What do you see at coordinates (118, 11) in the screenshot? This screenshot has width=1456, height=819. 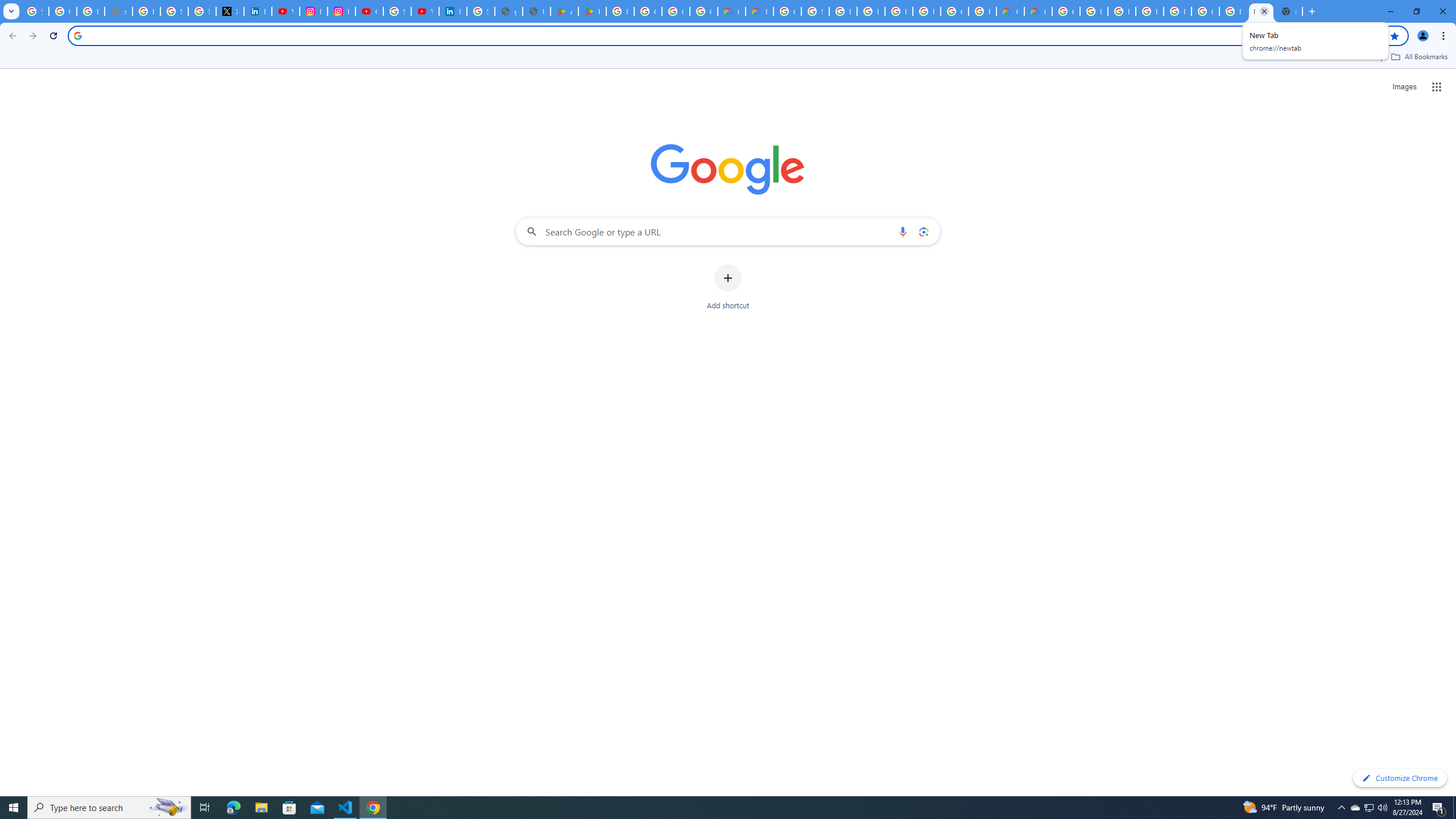 I see `'support.google.com - Network error'` at bounding box center [118, 11].